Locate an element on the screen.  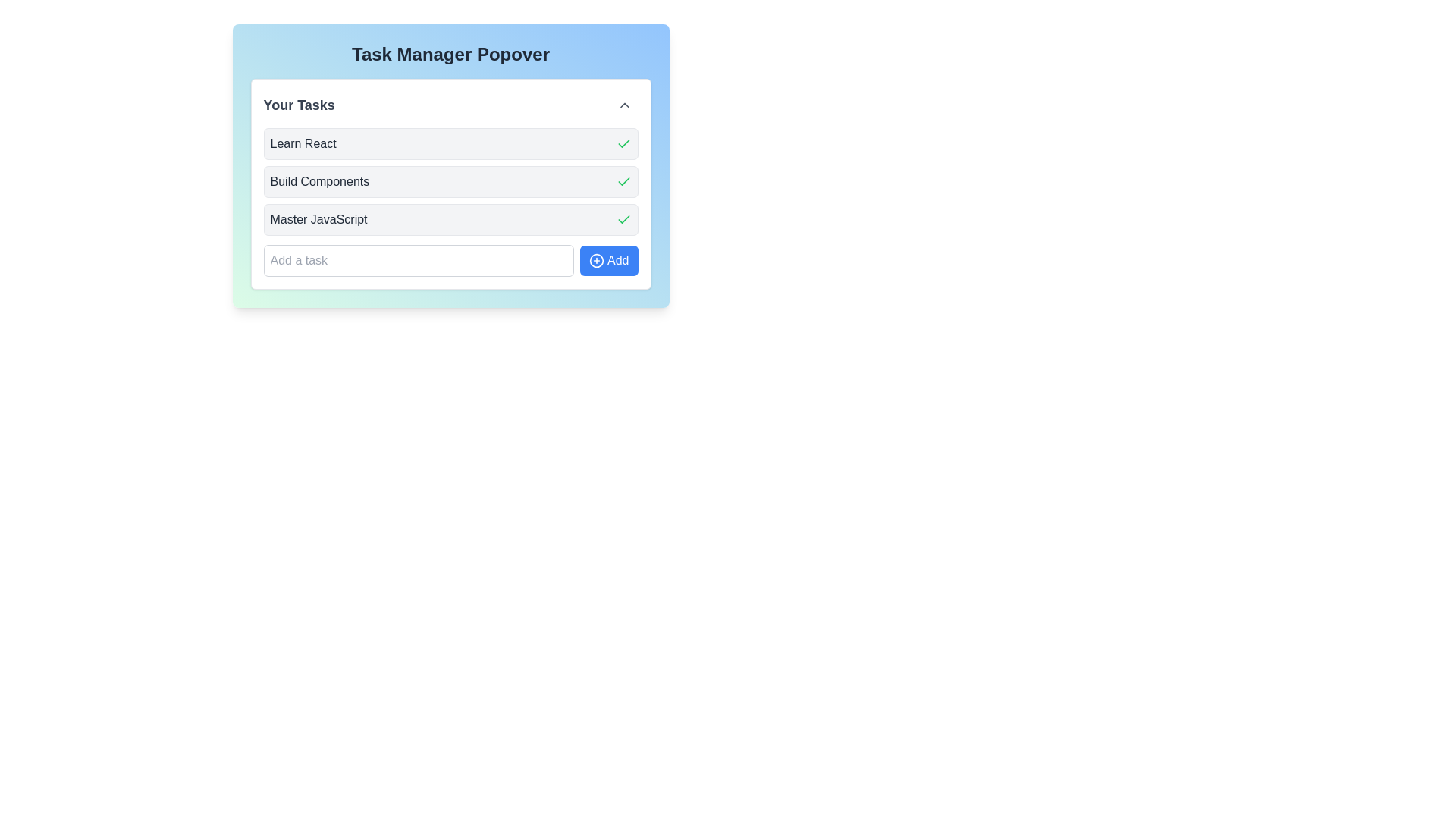
the icon within the 'Add' button located in the 'Task Manager Popover' is located at coordinates (596, 259).